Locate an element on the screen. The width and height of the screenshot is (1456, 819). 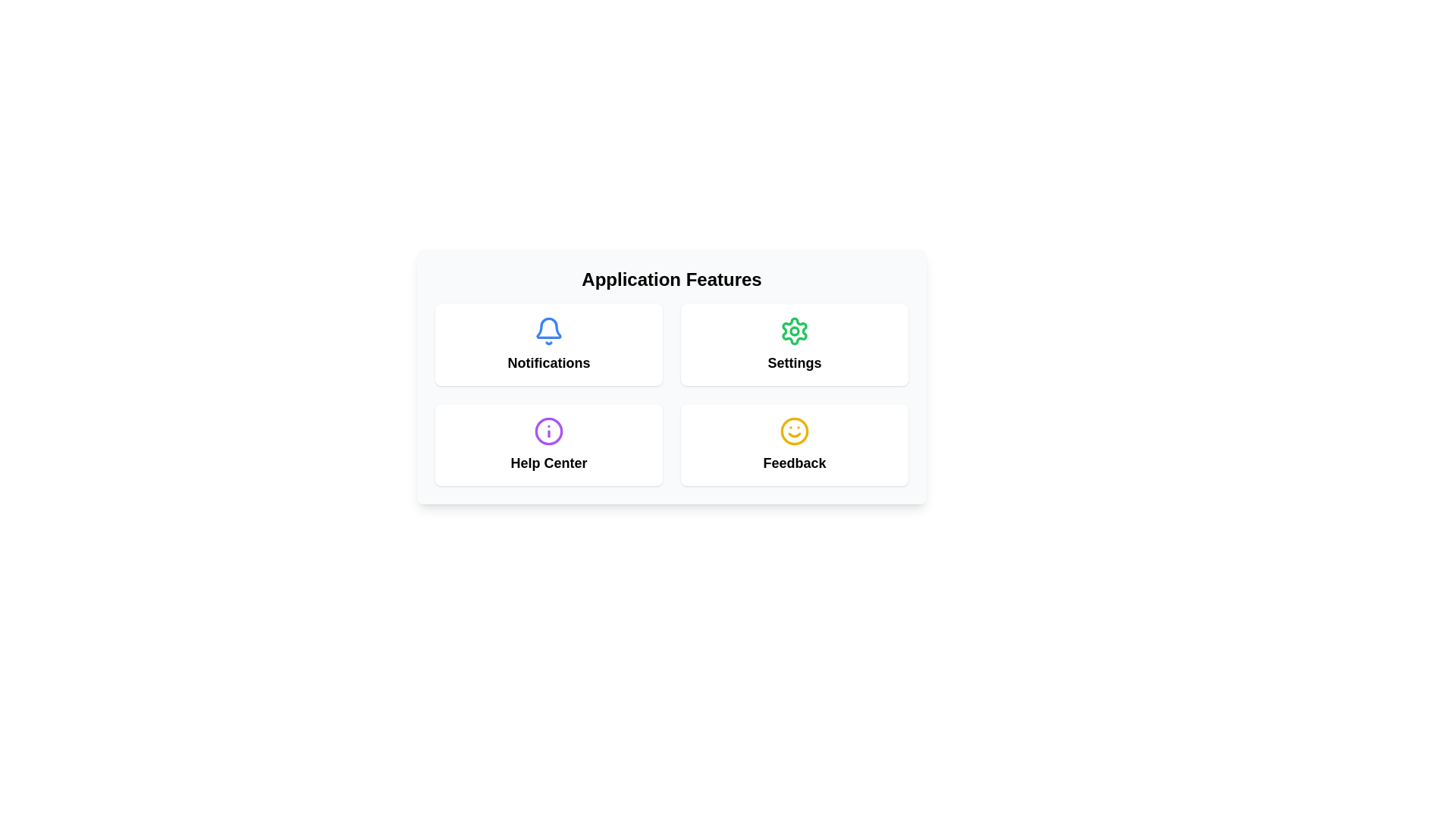
the 'Help Center' icon located in the first column of the second row under the 'Application Features' section is located at coordinates (548, 431).